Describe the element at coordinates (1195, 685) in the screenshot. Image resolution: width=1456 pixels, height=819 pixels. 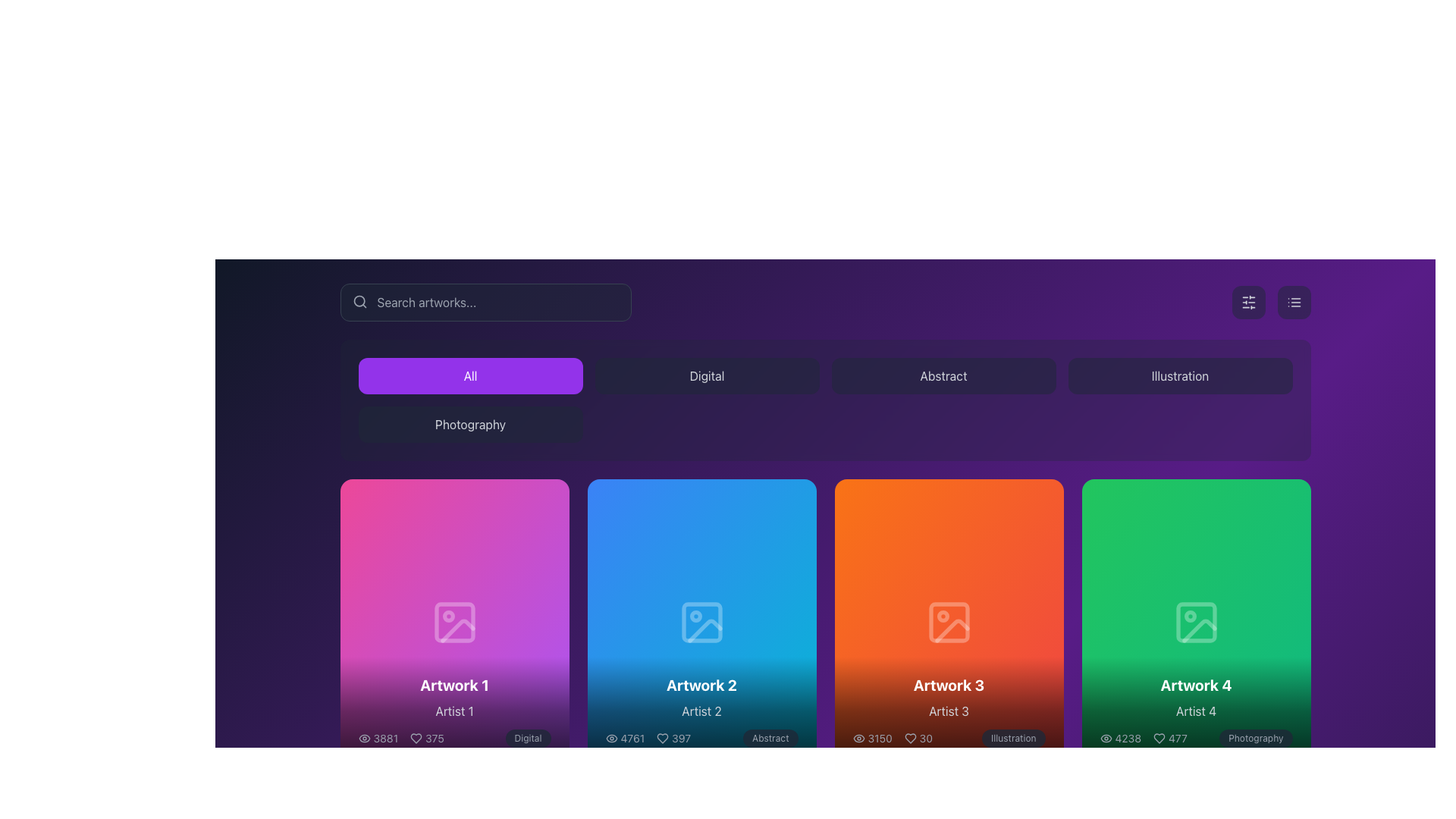
I see `the text label displaying 'Artwork 4' located on the green card in the fourth position from the left, which provides quick identification for users browsing the interface` at that location.